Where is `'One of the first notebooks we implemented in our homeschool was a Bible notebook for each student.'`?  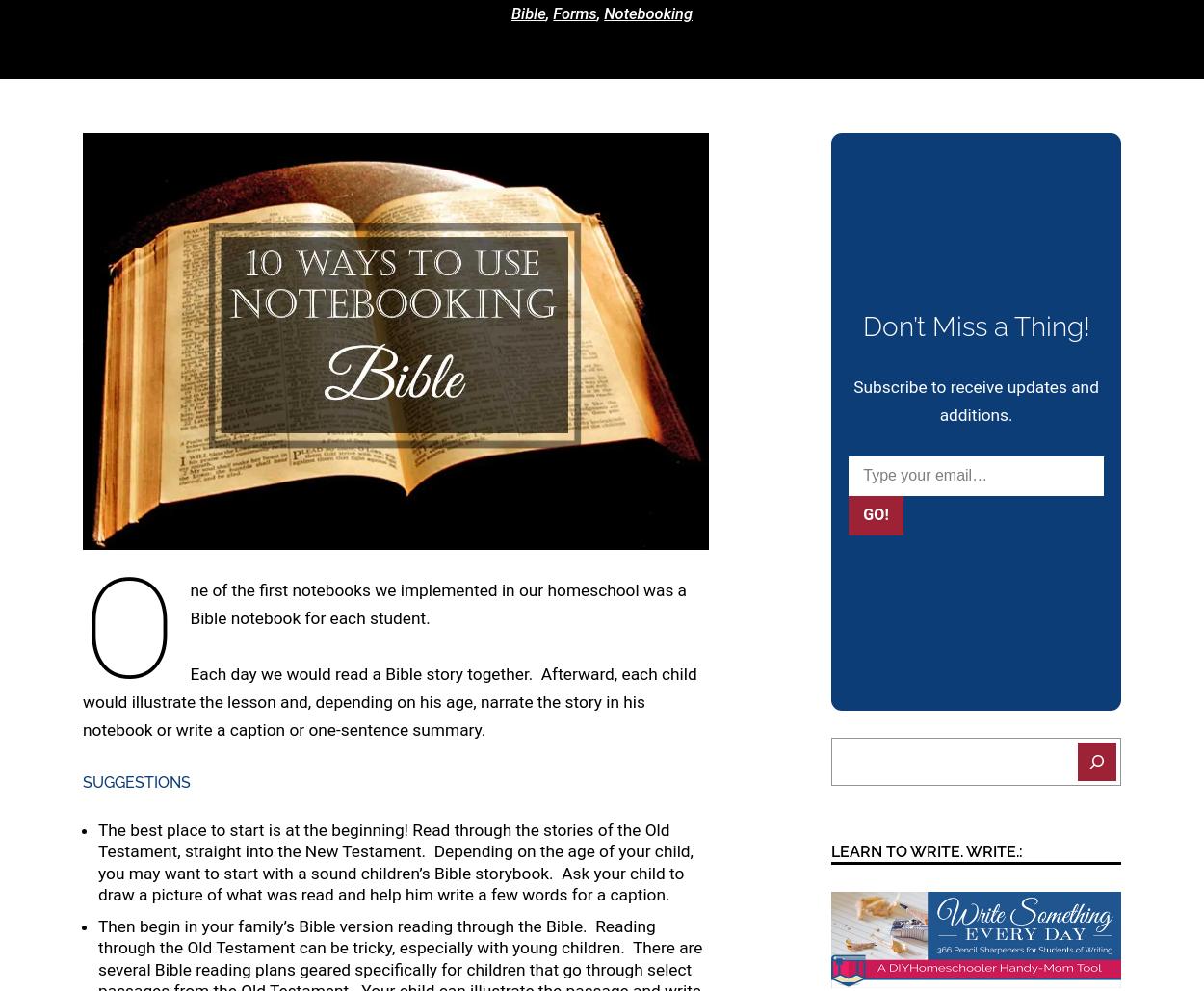
'One of the first notebooks we implemented in our homeschool was a Bible notebook for each student.' is located at coordinates (384, 630).